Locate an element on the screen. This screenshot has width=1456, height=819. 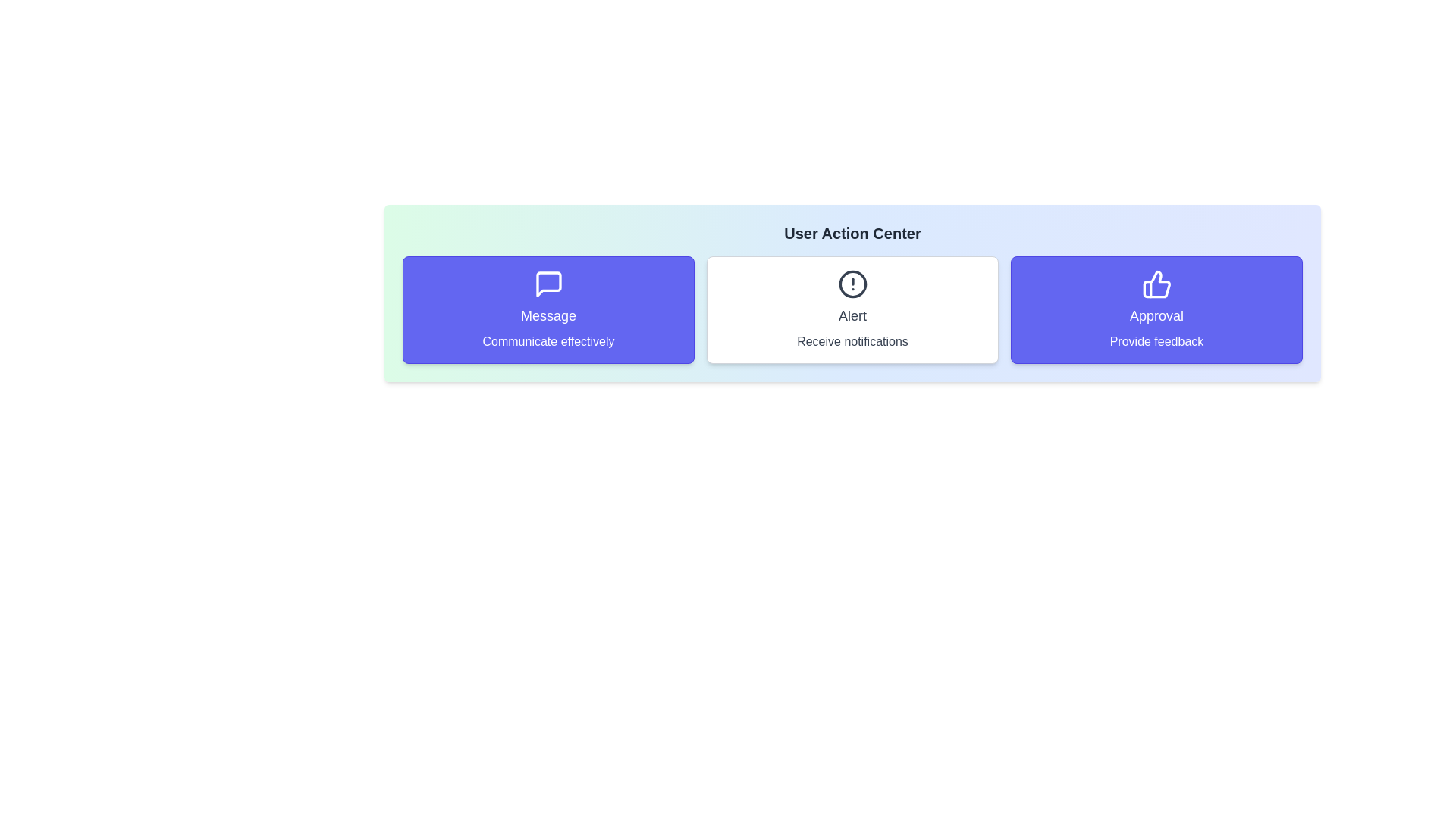
the action card corresponding to Message is located at coordinates (548, 309).